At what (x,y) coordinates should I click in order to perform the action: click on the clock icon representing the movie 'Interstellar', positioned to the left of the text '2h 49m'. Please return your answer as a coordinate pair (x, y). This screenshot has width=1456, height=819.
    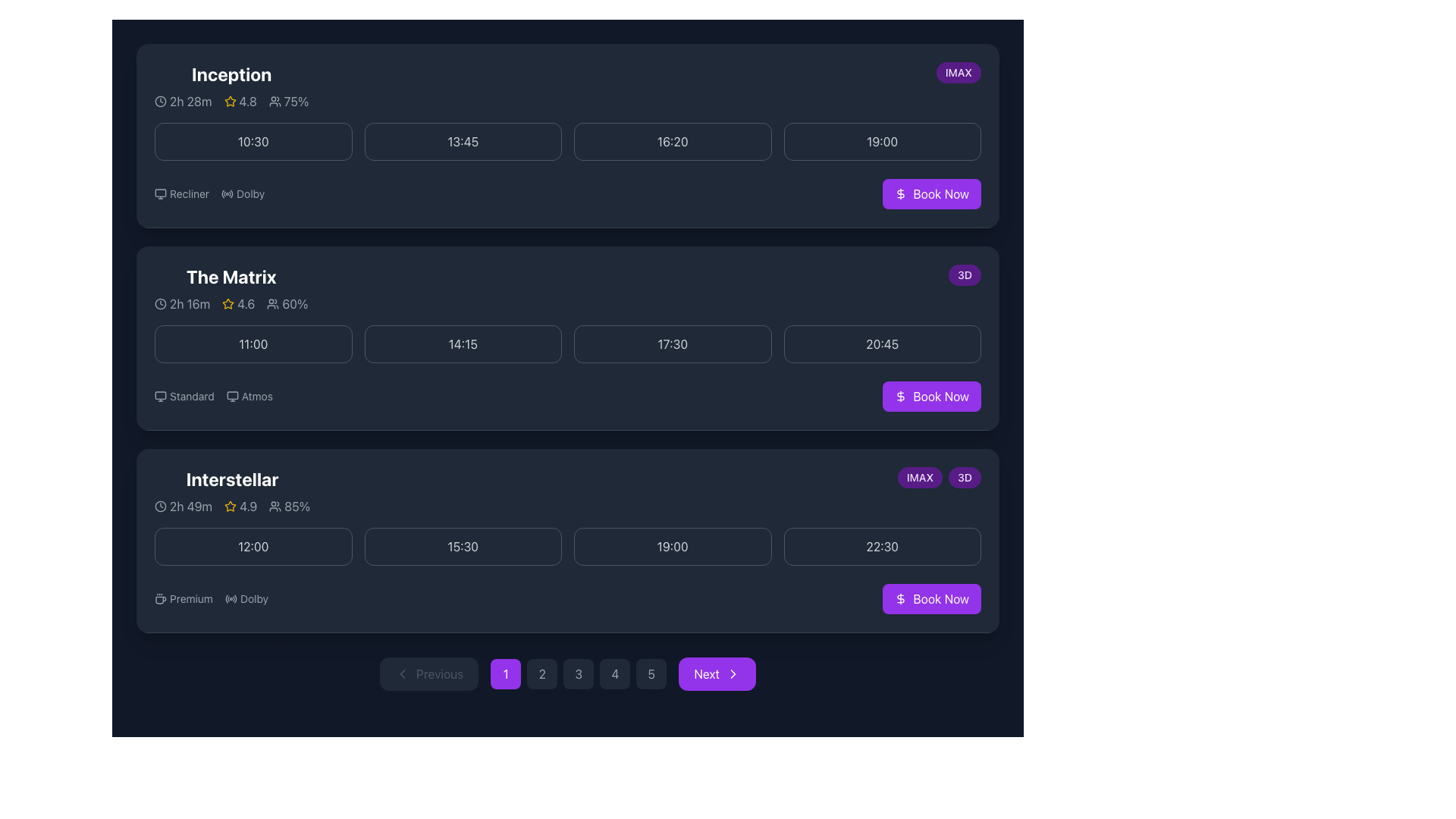
    Looking at the image, I should click on (160, 506).